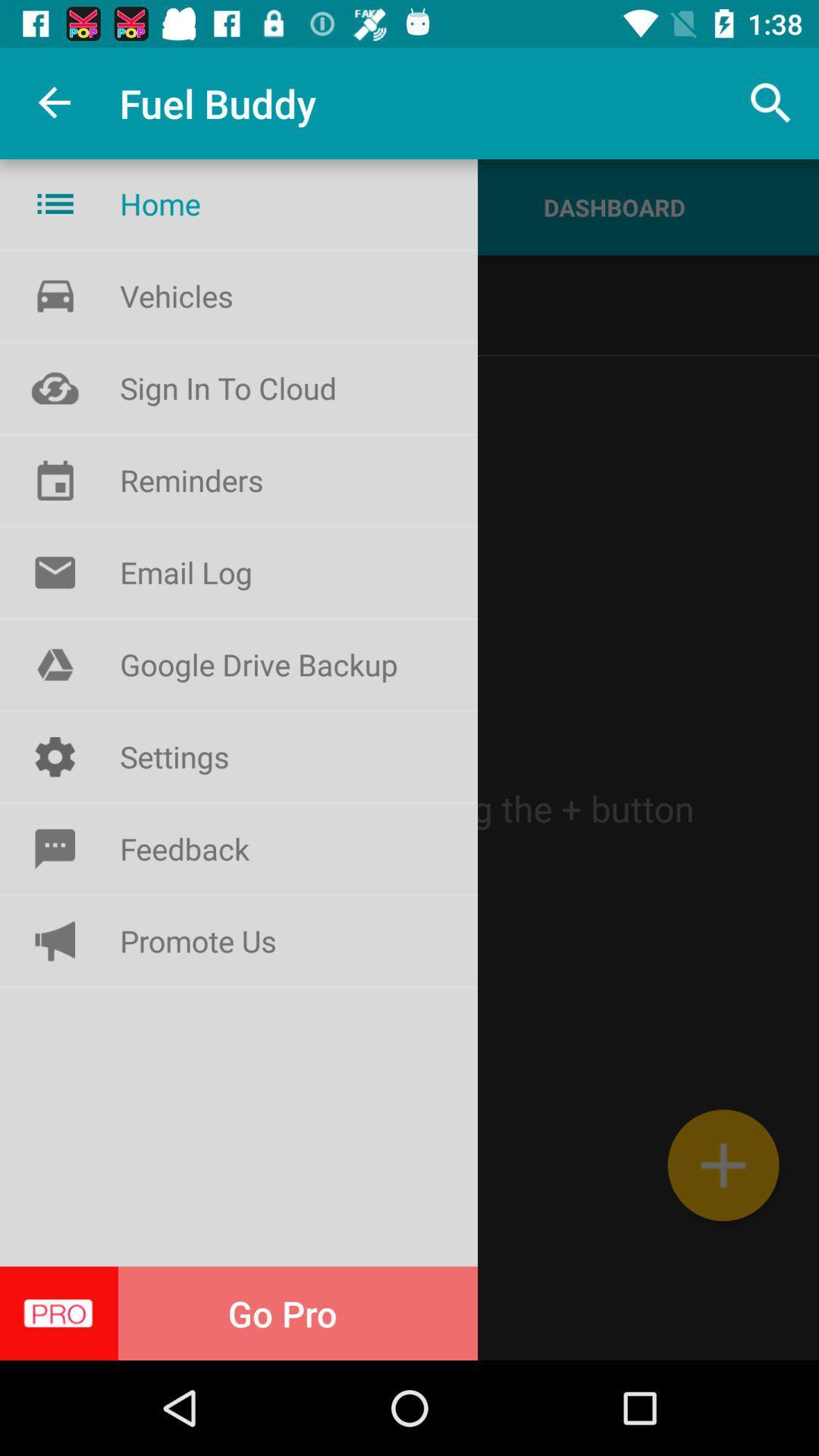 The width and height of the screenshot is (819, 1456). I want to click on the symbol beside promote us, so click(55, 940).